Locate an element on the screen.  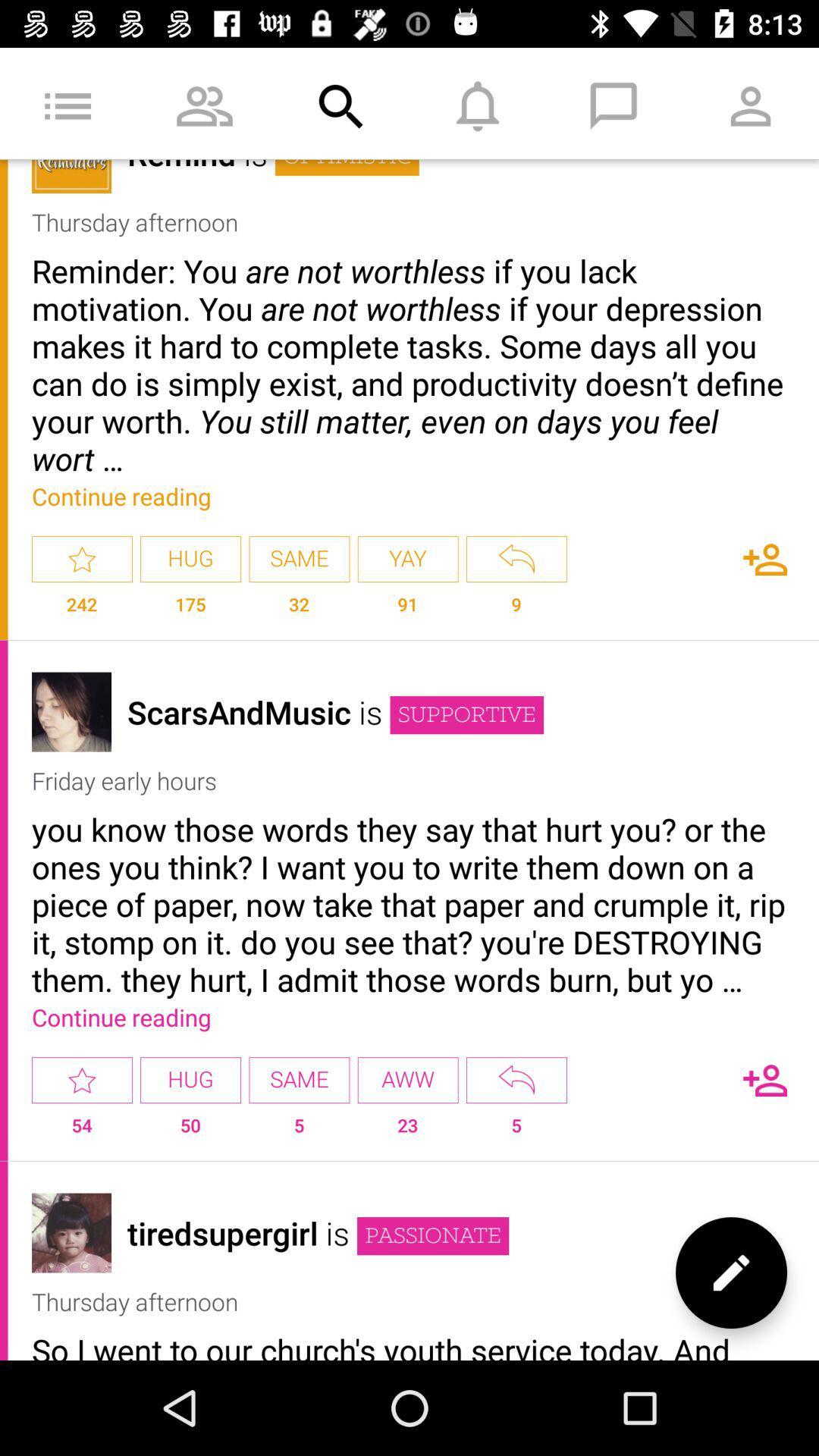
friend is located at coordinates (765, 558).